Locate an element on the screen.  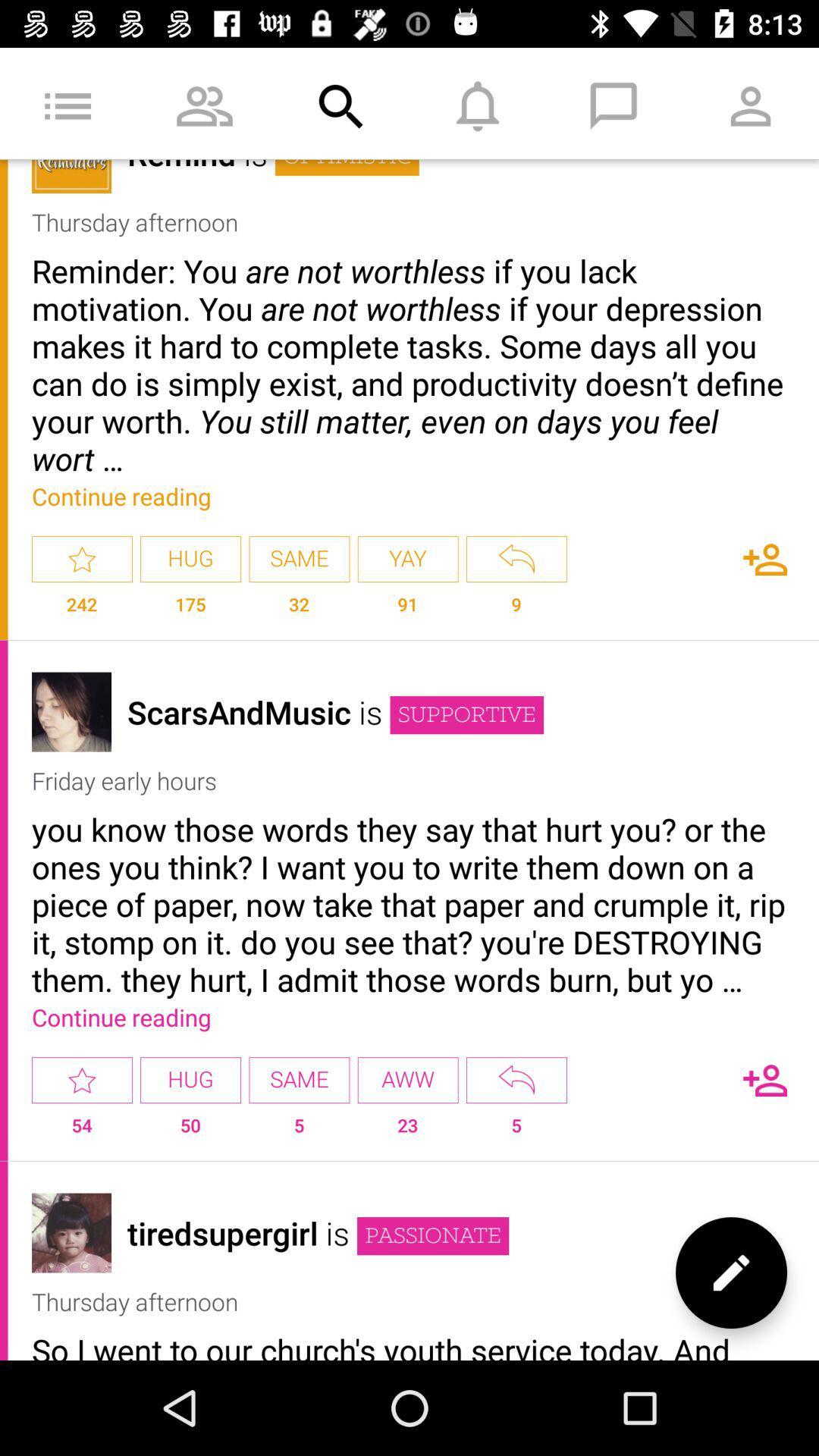
friend is located at coordinates (765, 558).